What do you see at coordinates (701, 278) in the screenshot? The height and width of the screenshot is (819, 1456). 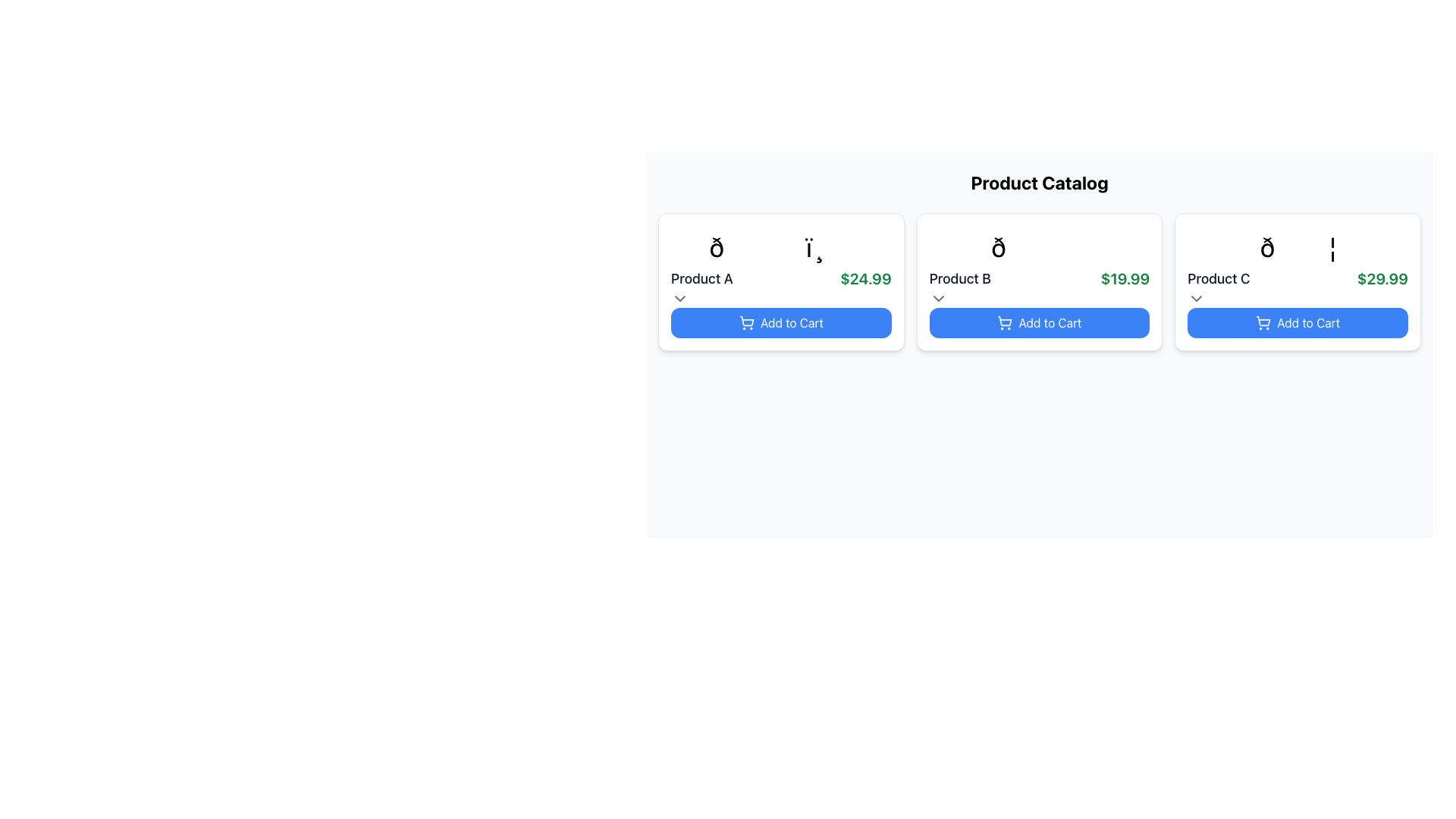 I see `the text label that serves as the title of the product` at bounding box center [701, 278].